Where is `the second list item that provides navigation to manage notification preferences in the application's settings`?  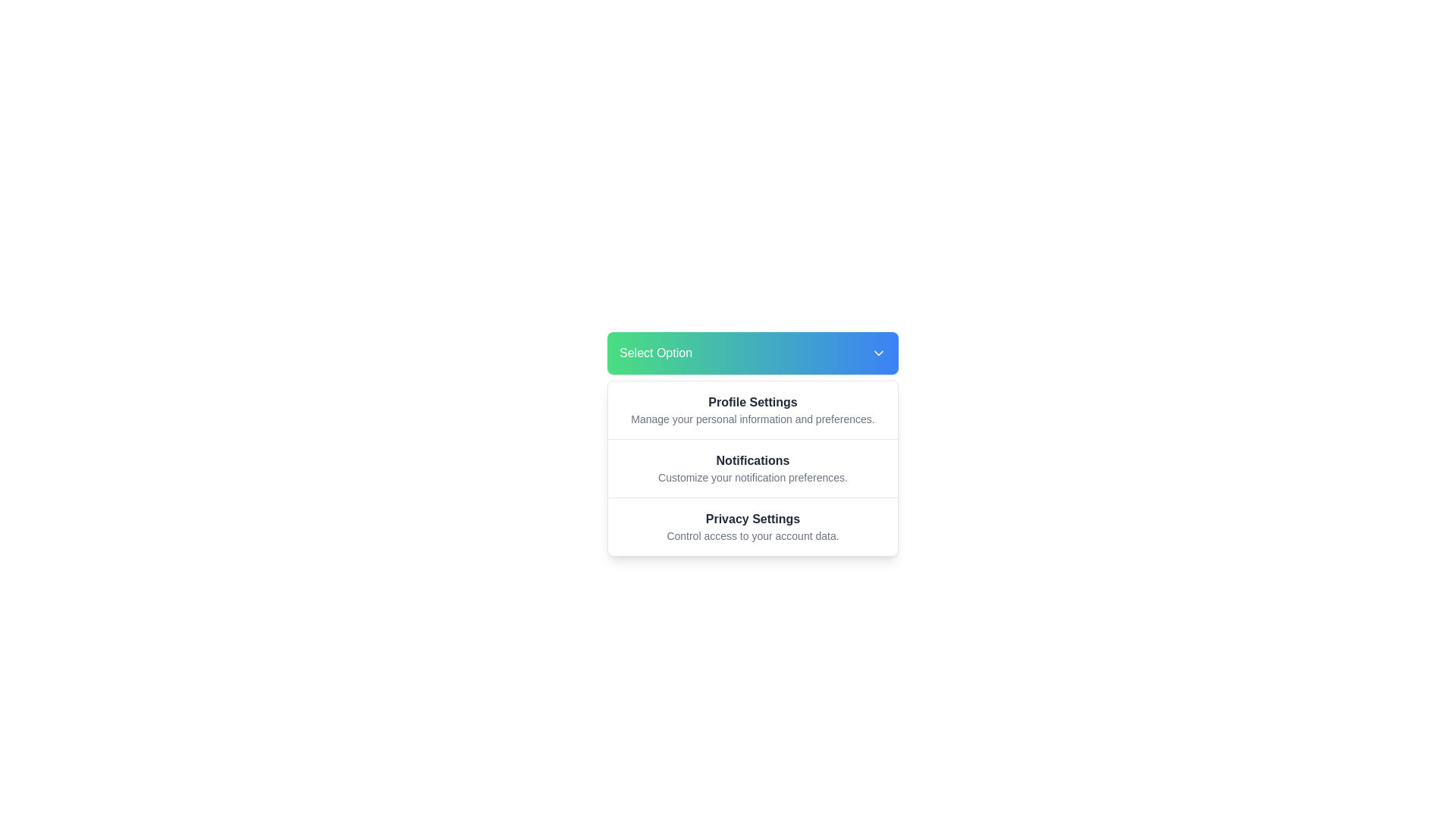 the second list item that provides navigation to manage notification preferences in the application's settings is located at coordinates (753, 467).